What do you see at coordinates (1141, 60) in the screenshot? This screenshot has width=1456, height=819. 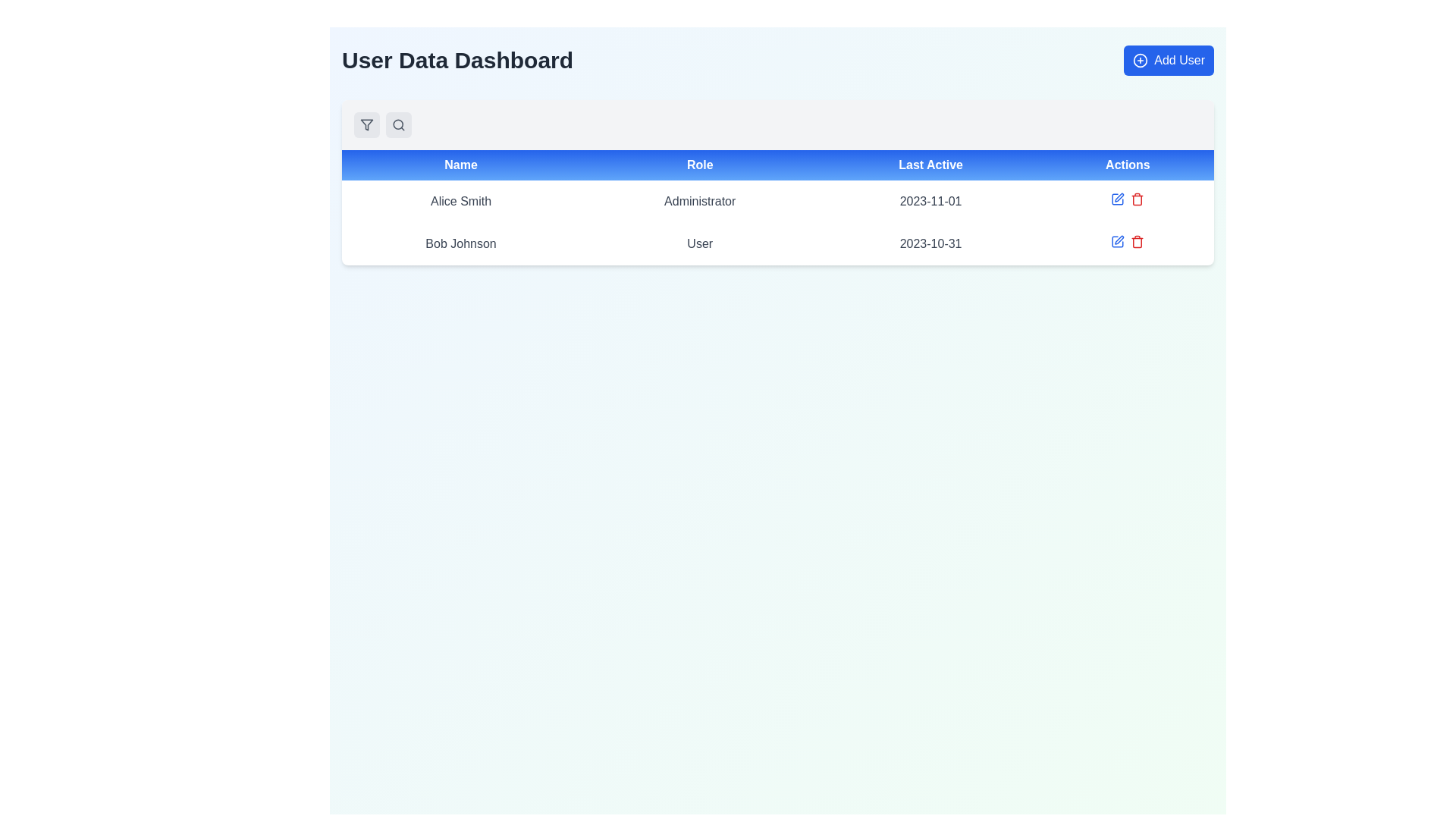 I see `the circular icon with a '+' symbol, styled in blue and white, located to the left of the 'Add User' text` at bounding box center [1141, 60].